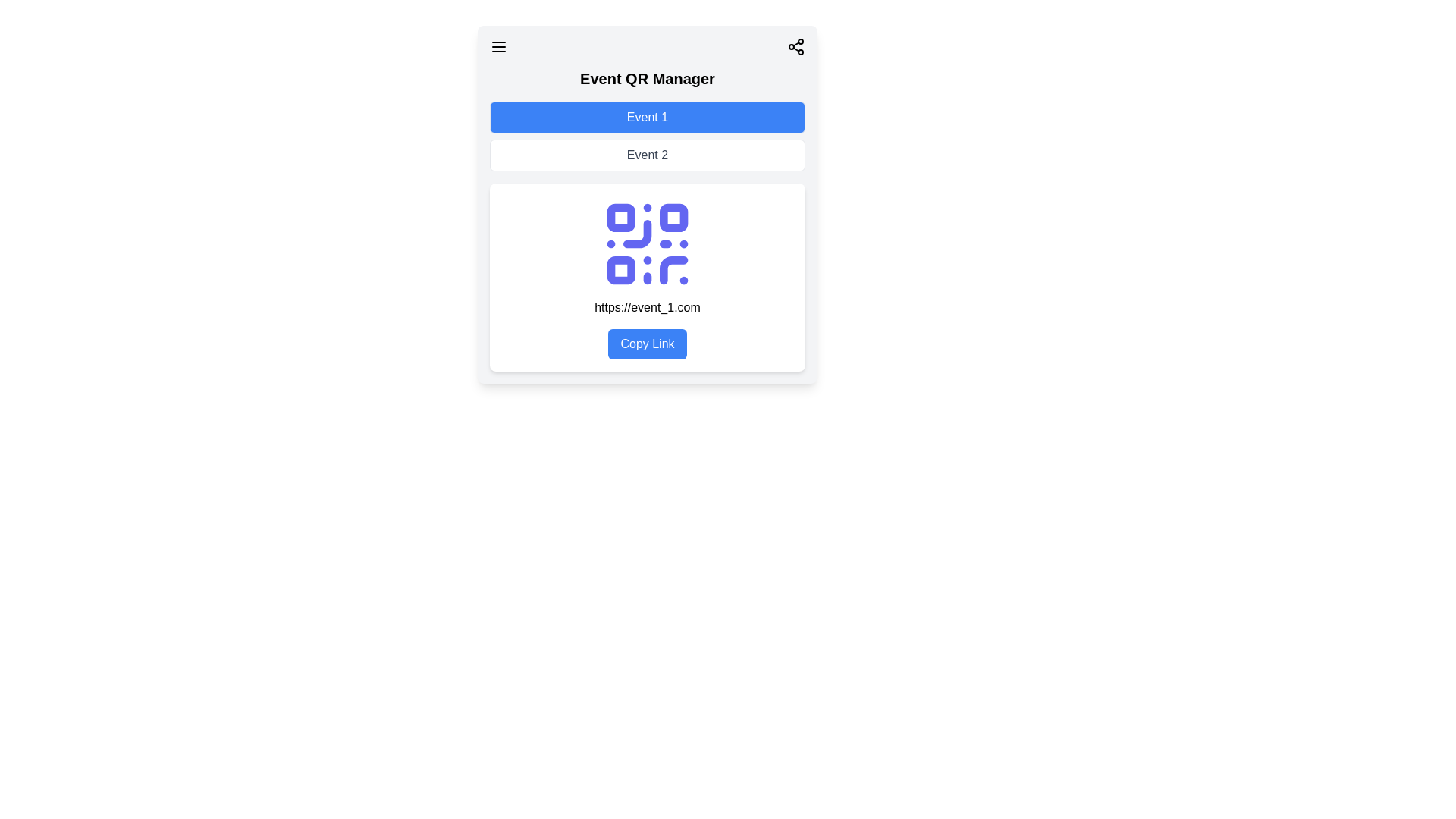  I want to click on the button located below the text 'https://event_1.com' to copy the link to the clipboard, so click(648, 344).